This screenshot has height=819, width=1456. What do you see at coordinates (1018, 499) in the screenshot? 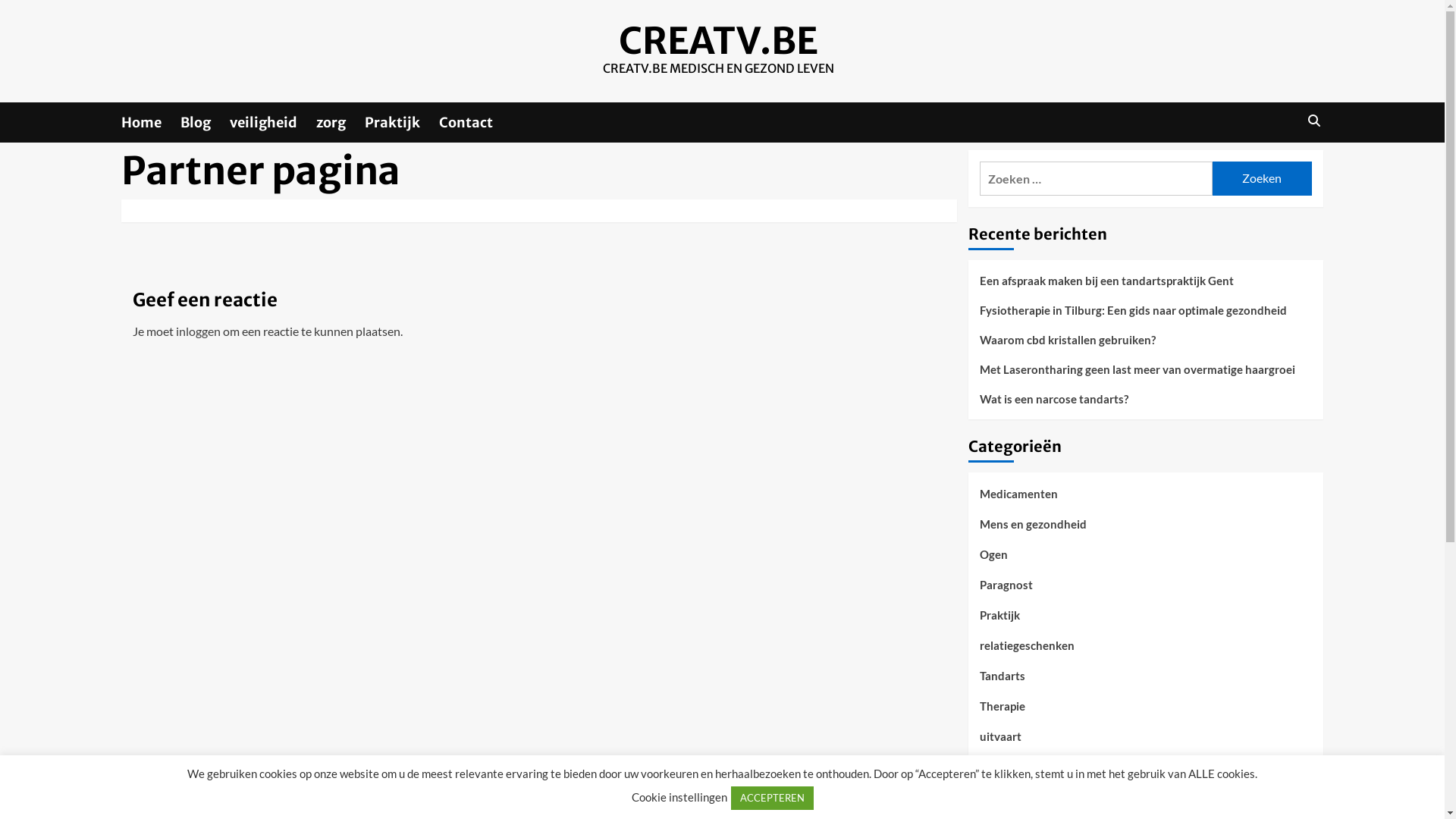
I see `'Medicamenten'` at bounding box center [1018, 499].